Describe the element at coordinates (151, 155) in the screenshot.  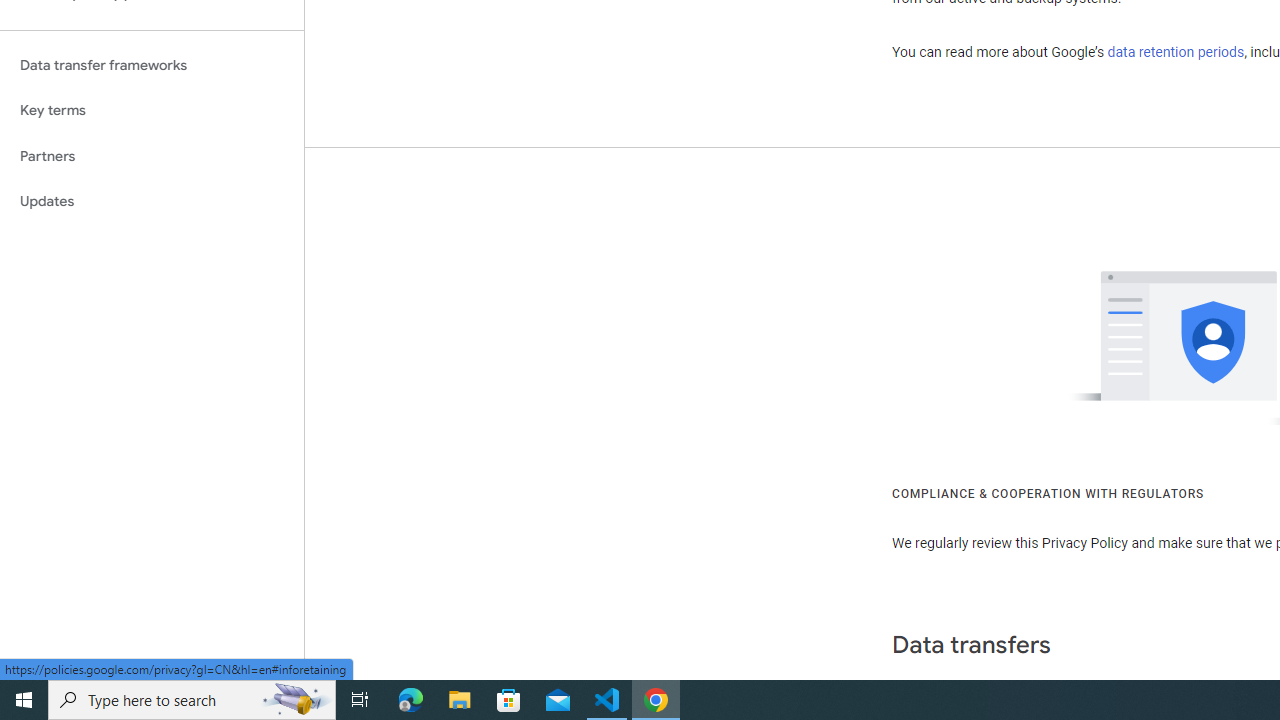
I see `'Partners'` at that location.